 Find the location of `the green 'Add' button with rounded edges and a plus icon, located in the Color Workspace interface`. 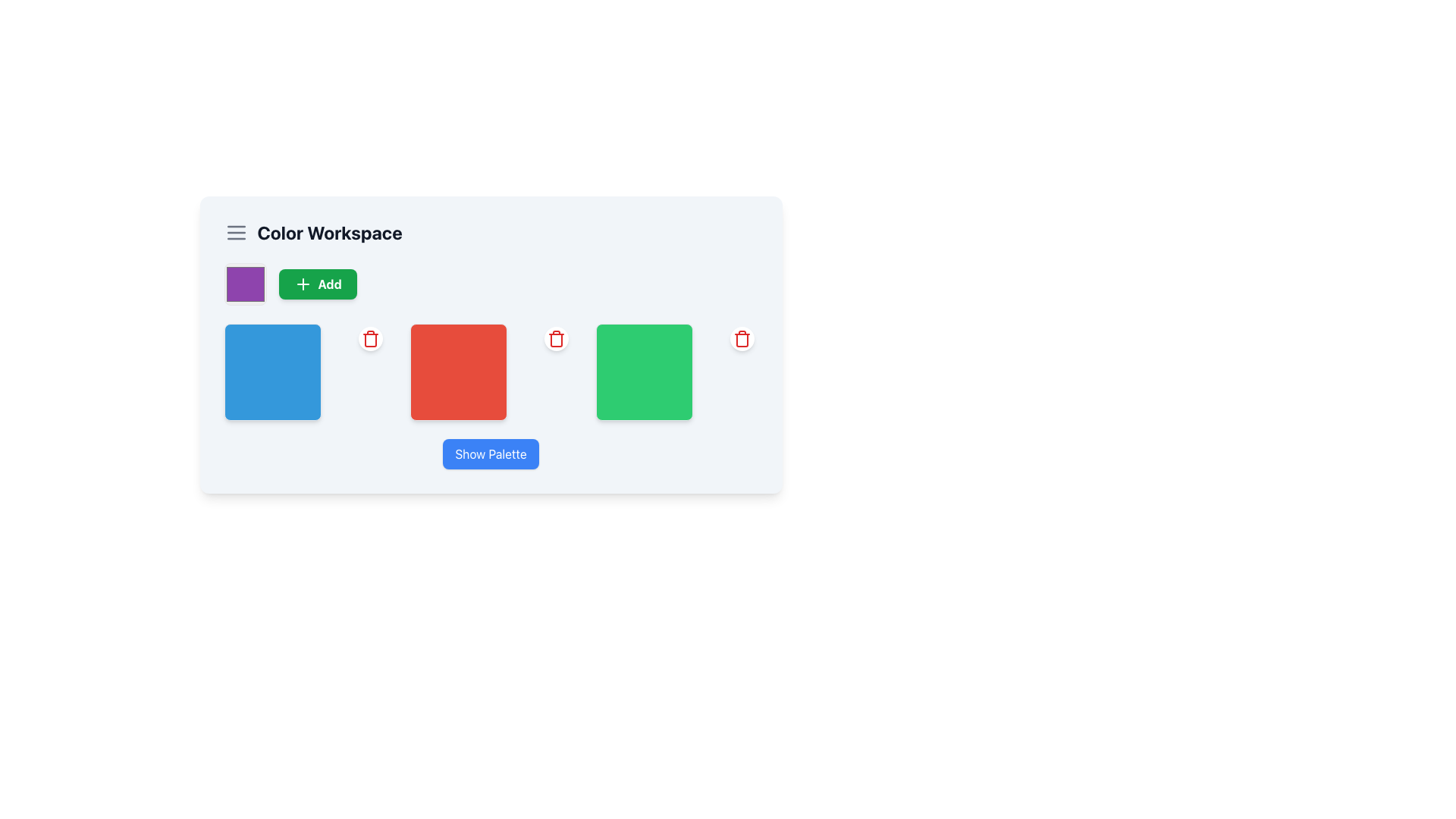

the green 'Add' button with rounded edges and a plus icon, located in the Color Workspace interface is located at coordinates (317, 284).